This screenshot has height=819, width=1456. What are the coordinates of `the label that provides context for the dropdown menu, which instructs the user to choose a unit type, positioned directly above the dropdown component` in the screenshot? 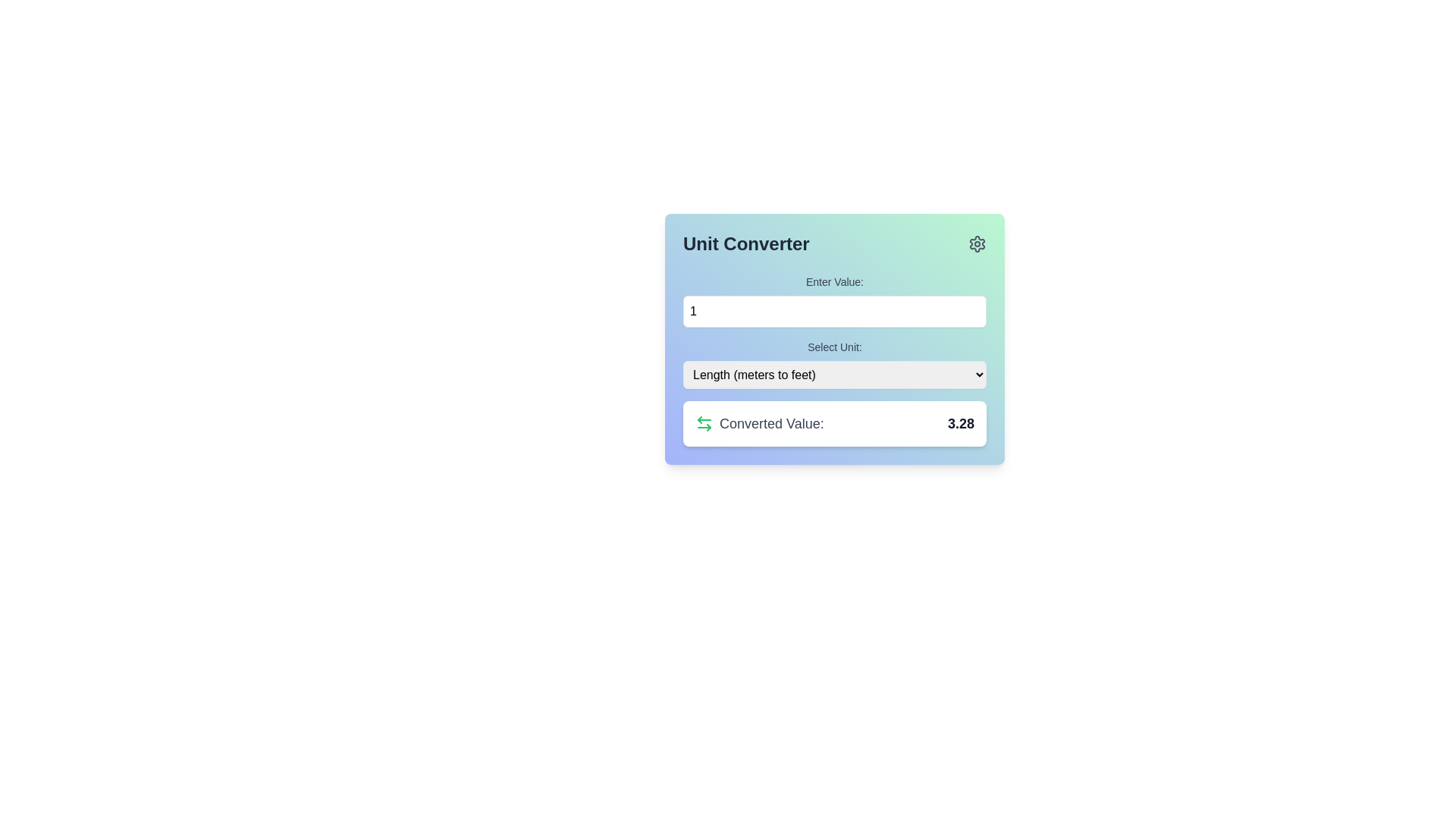 It's located at (833, 347).